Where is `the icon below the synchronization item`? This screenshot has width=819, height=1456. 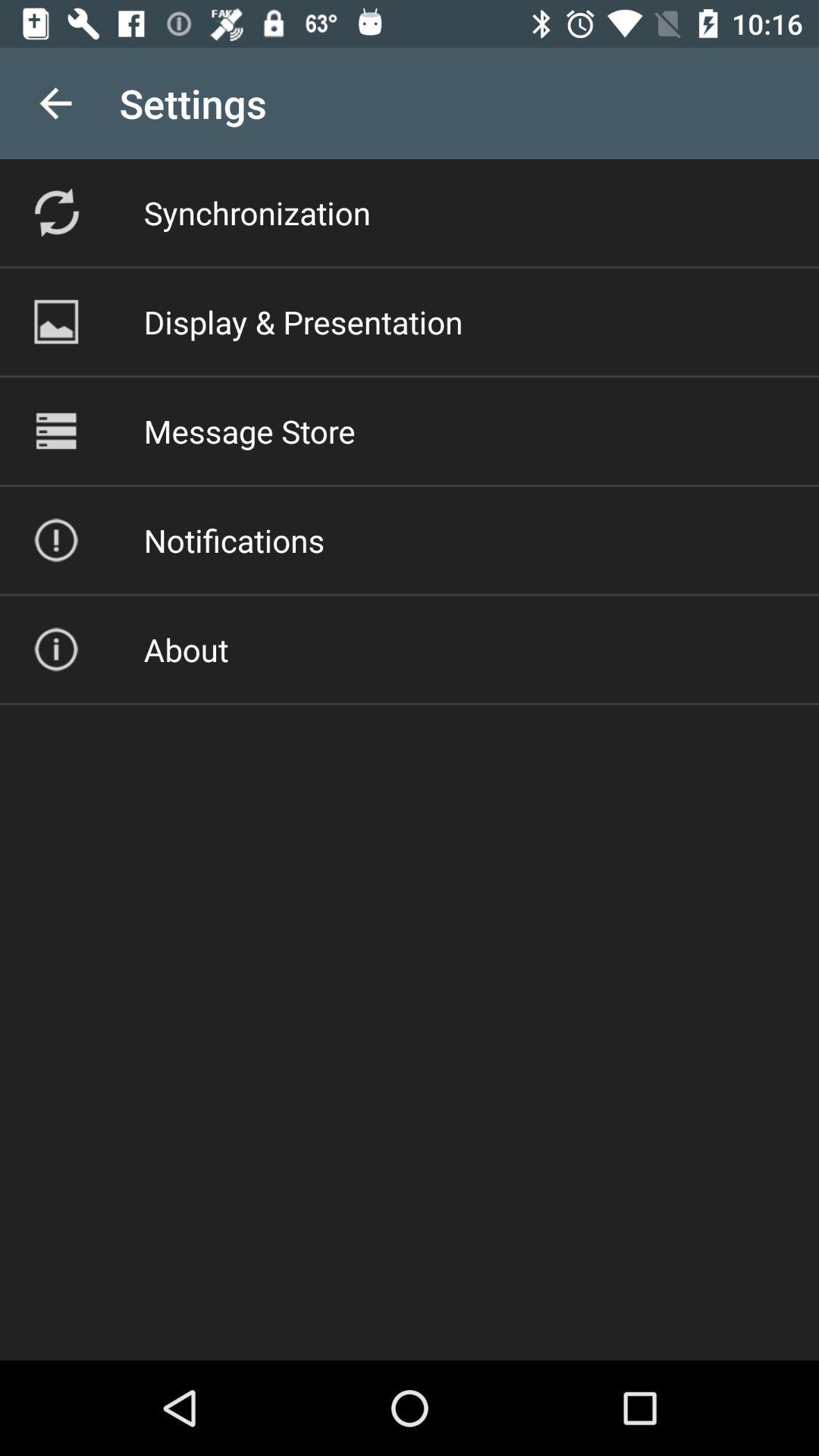 the icon below the synchronization item is located at coordinates (303, 321).